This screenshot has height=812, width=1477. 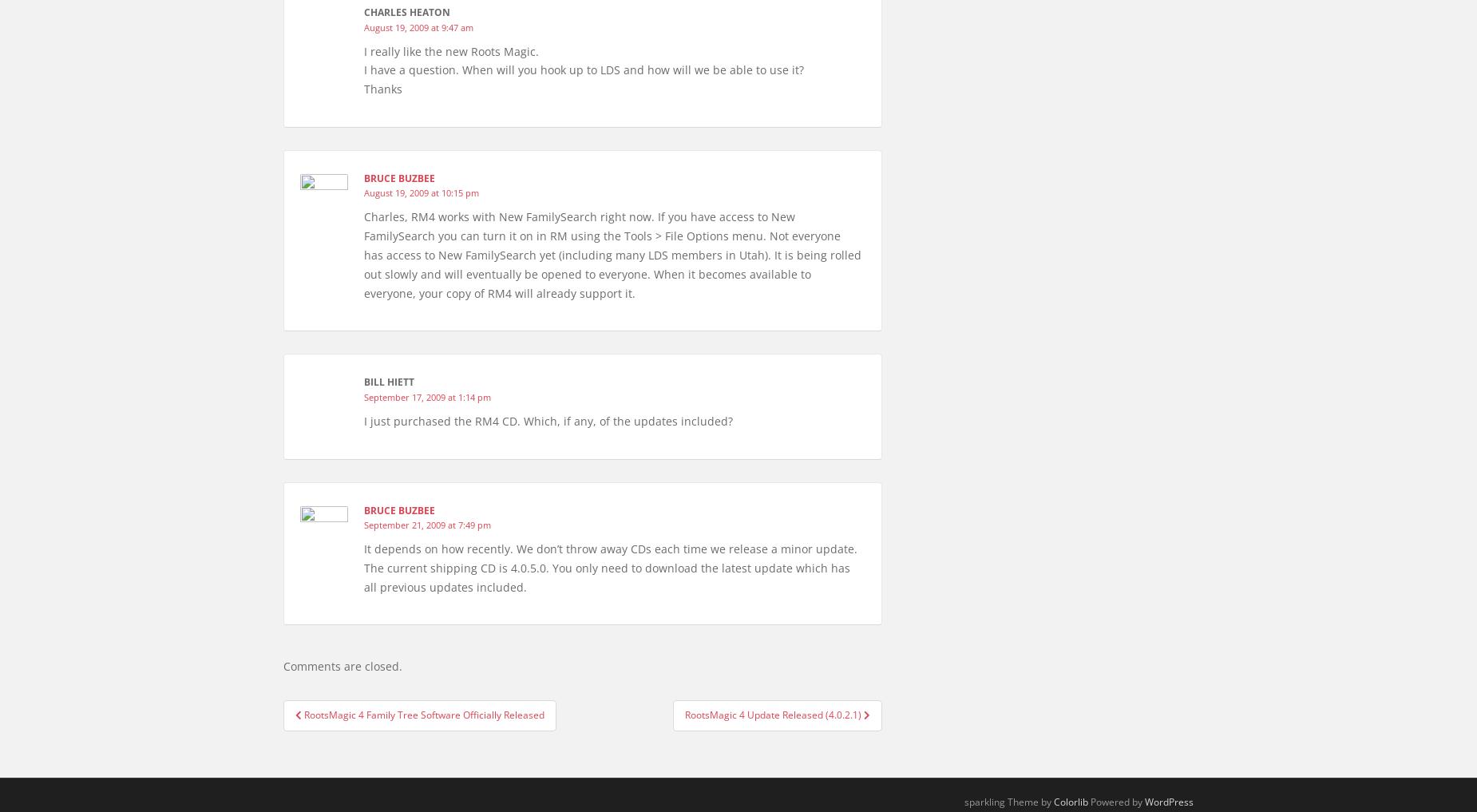 I want to click on 'It depends on how recently.  We don’t throw away CDs each time we release a minor update.  The current shipping CD is 4.0.5.0.  You only need to download the latest update which has all previous updates included.', so click(x=610, y=566).